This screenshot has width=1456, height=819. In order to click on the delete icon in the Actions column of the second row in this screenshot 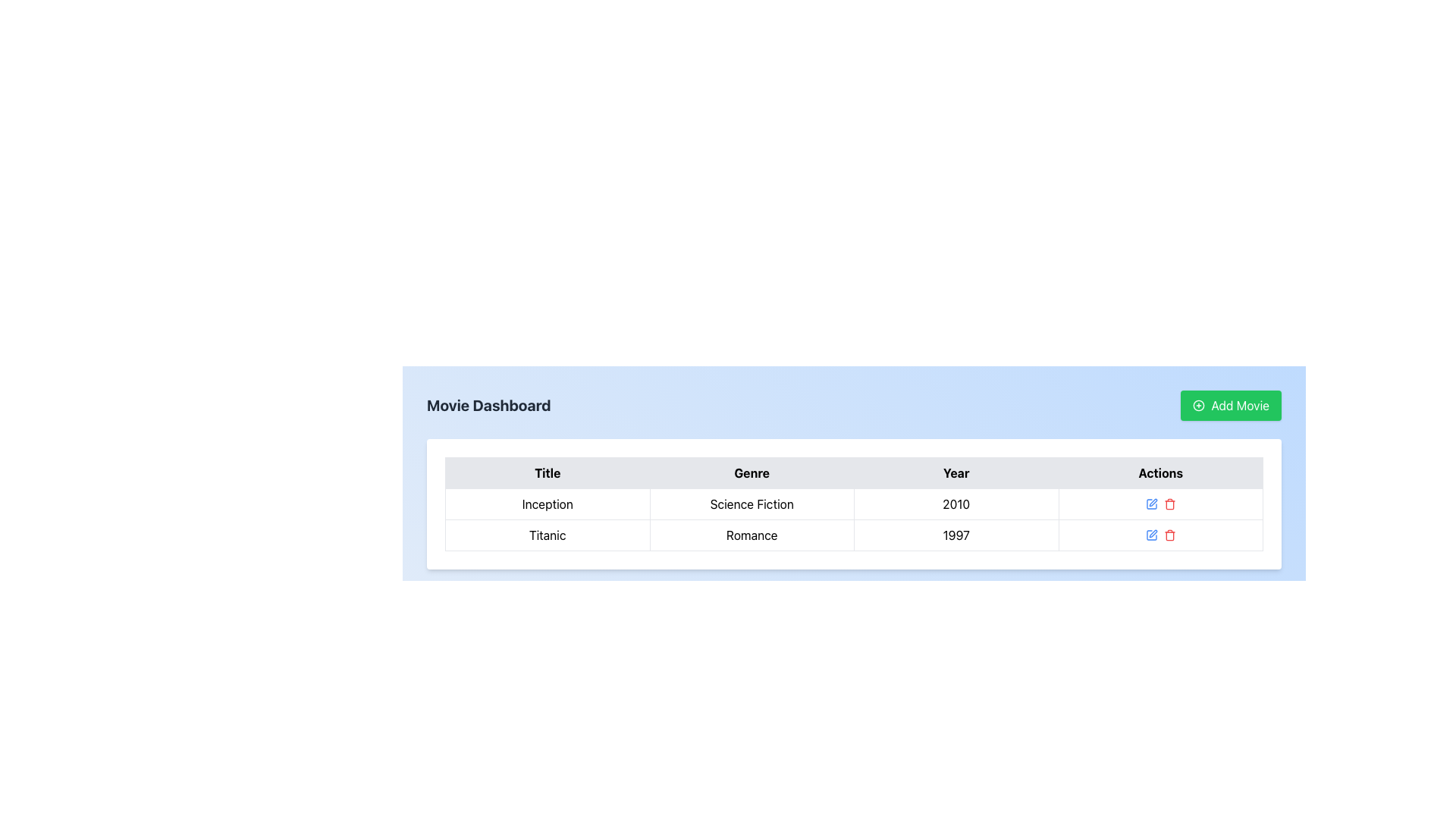, I will do `click(1169, 534)`.